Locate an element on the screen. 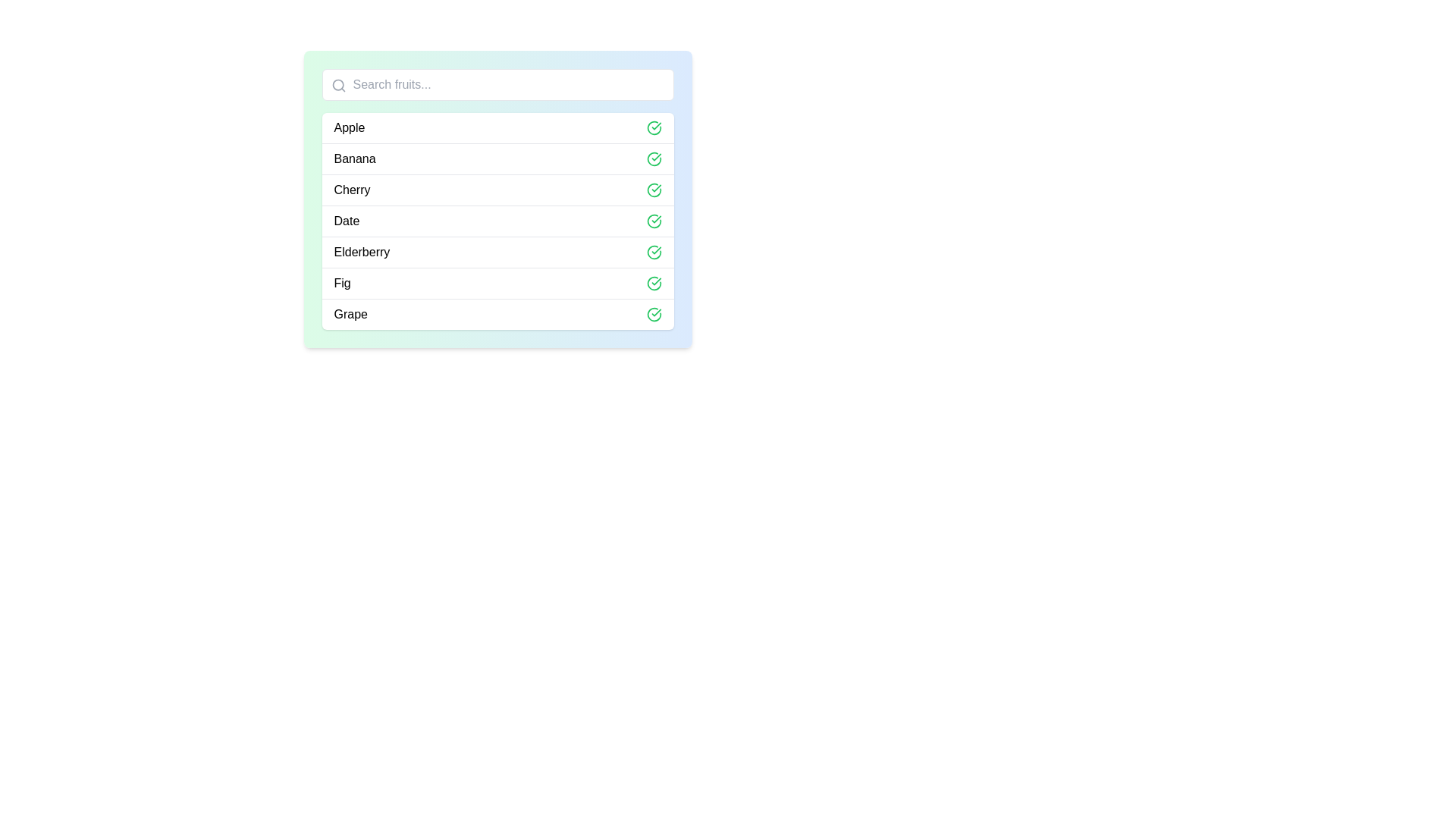  the search icon that visually indicates the search functionality, located to the left of the search input box is located at coordinates (337, 85).